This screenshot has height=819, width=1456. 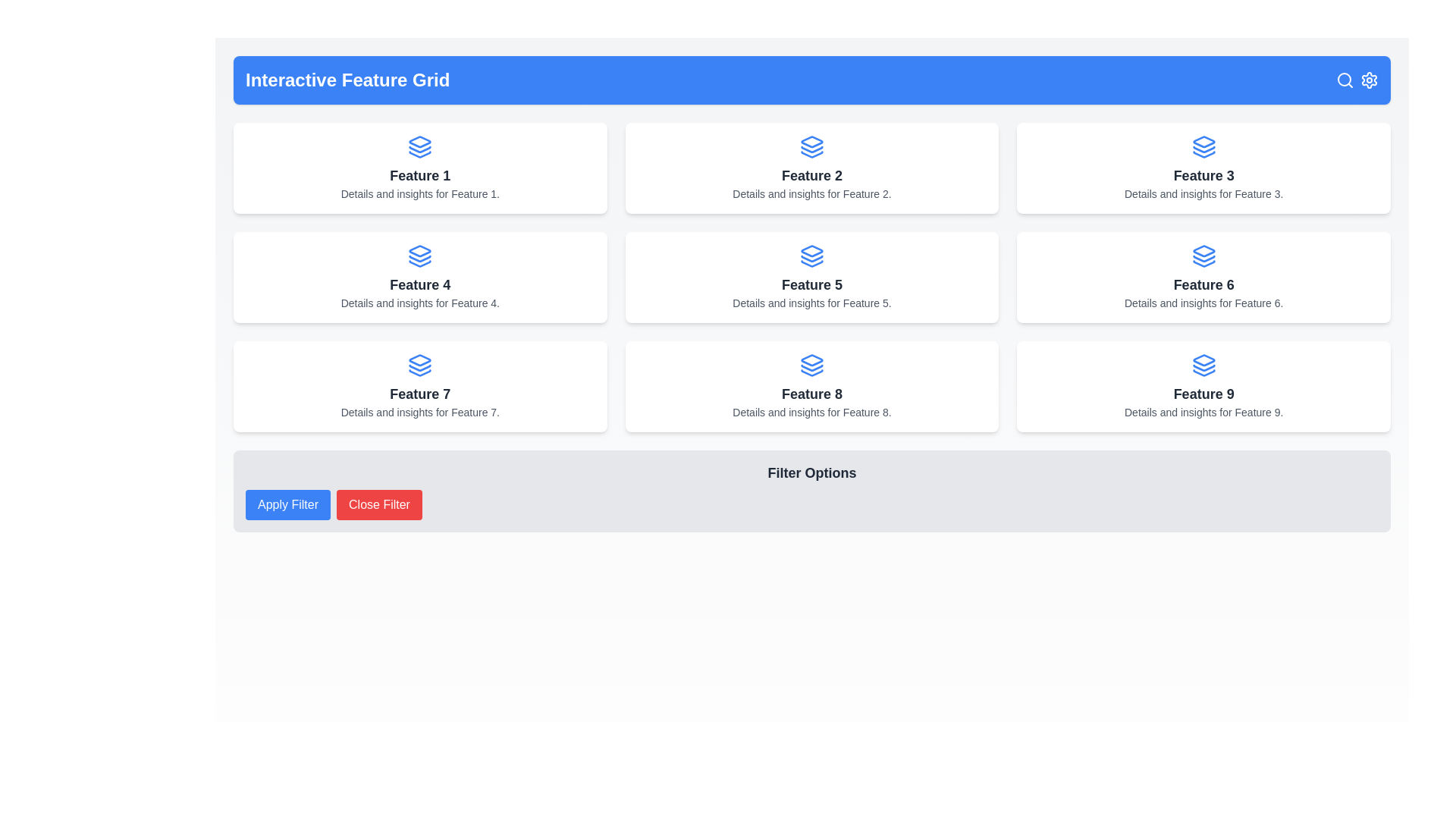 I want to click on the card component displaying information about 'Feature 1', so click(x=420, y=168).